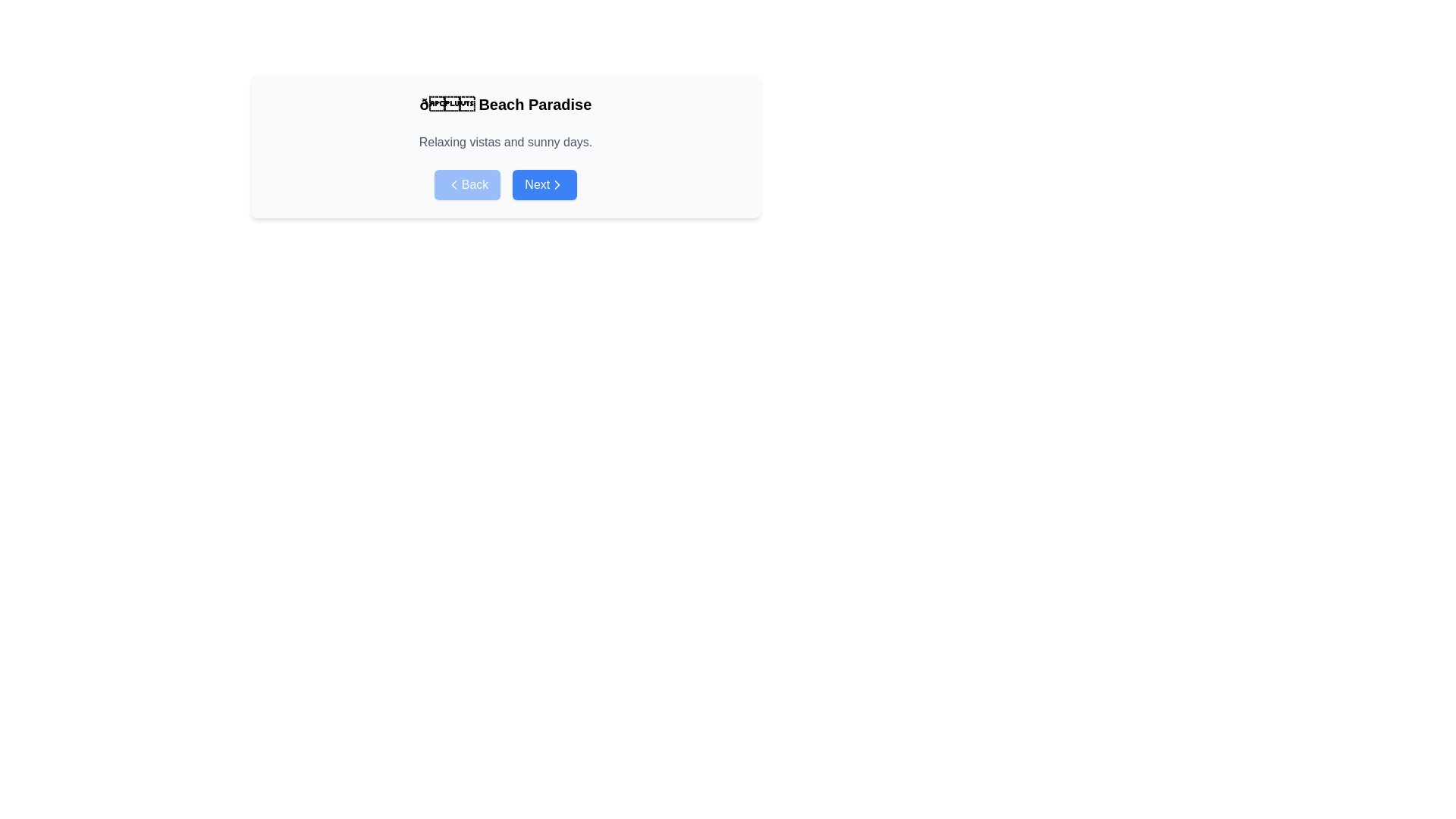 Image resolution: width=1456 pixels, height=819 pixels. I want to click on the rounded rectangular blue button labeled 'Back' with a left-pointing chevron icon, so click(466, 184).